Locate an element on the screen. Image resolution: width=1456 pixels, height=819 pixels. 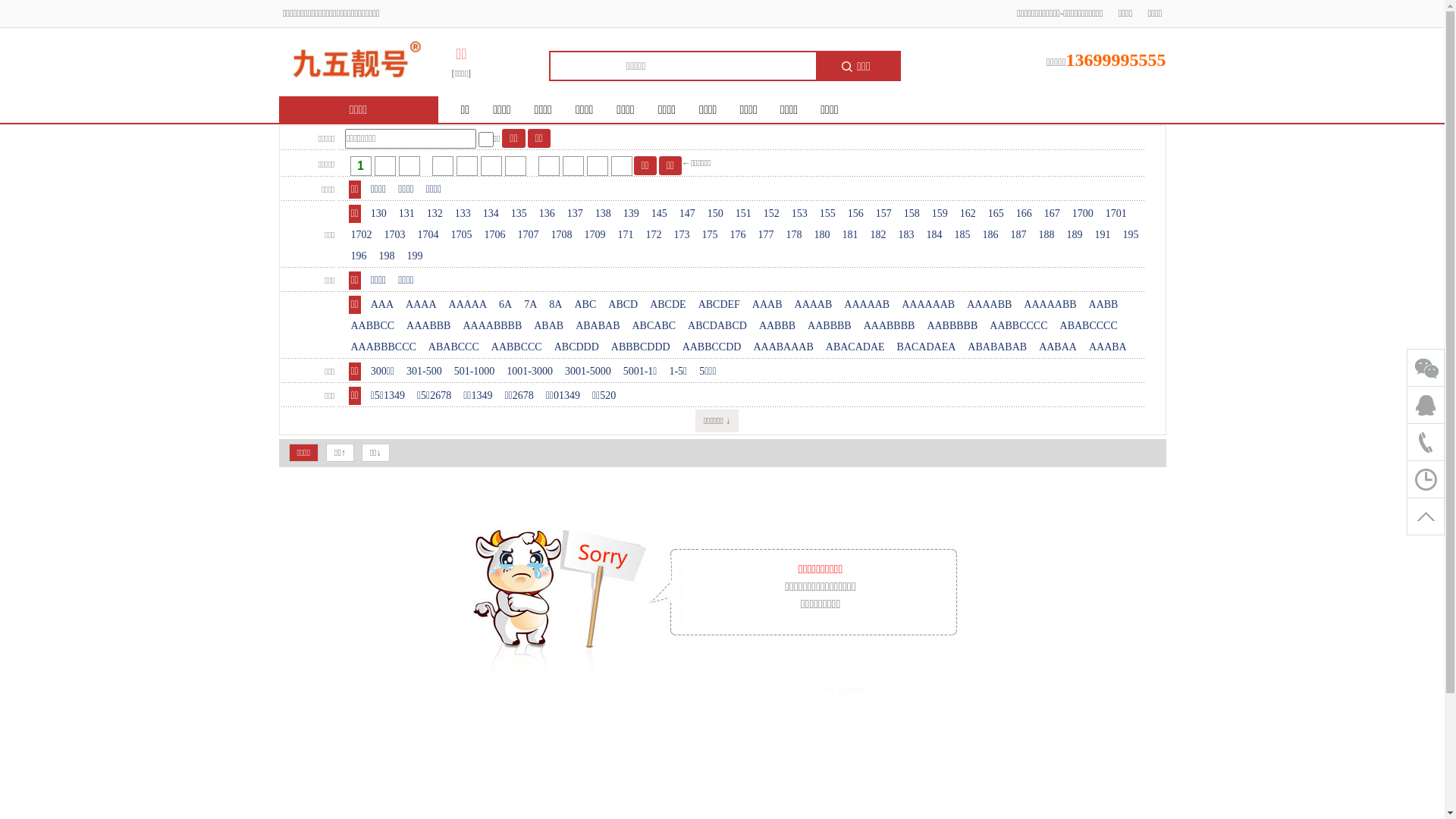
'182' is located at coordinates (877, 234).